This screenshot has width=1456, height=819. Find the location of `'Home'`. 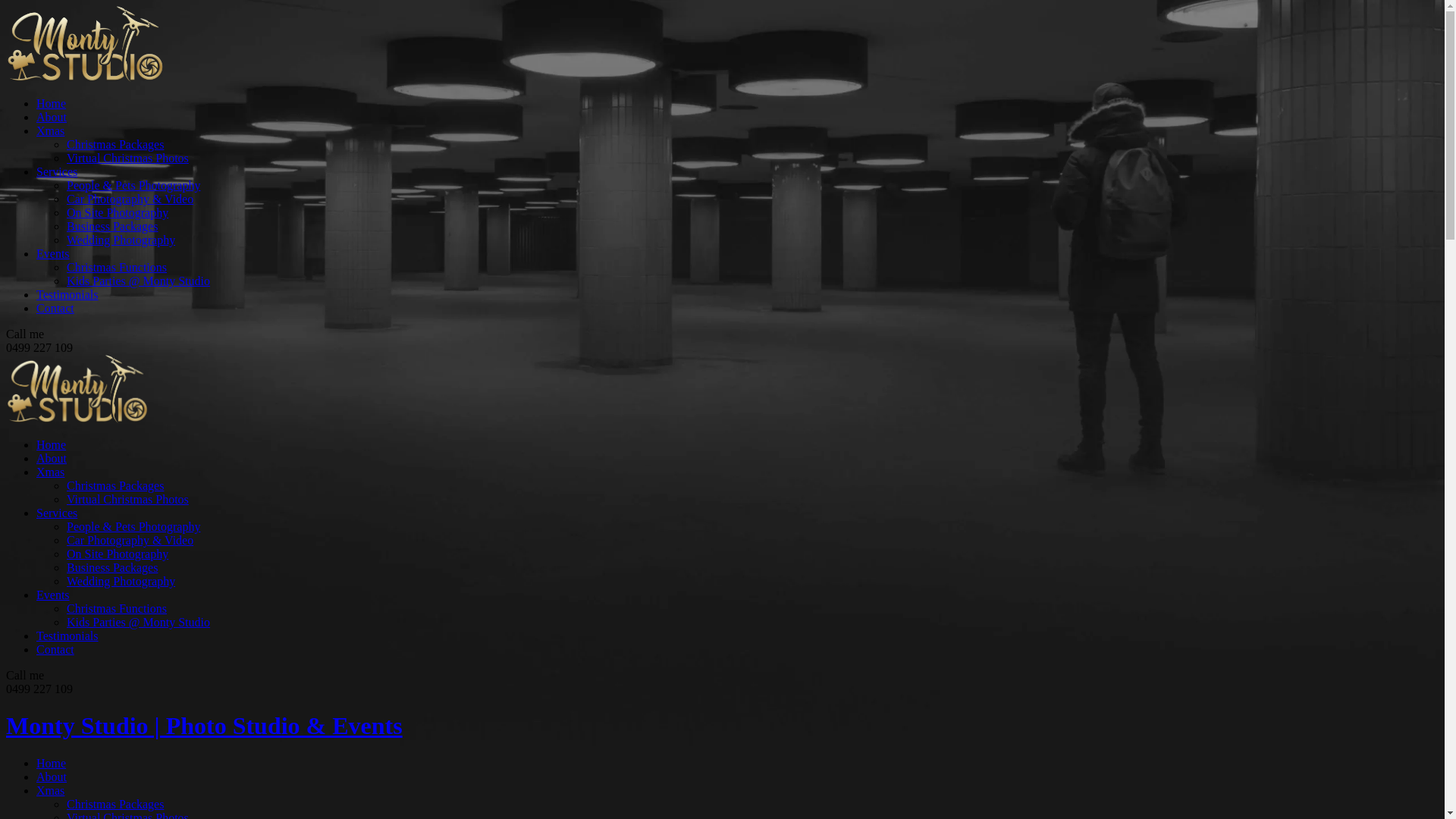

'Home' is located at coordinates (51, 763).